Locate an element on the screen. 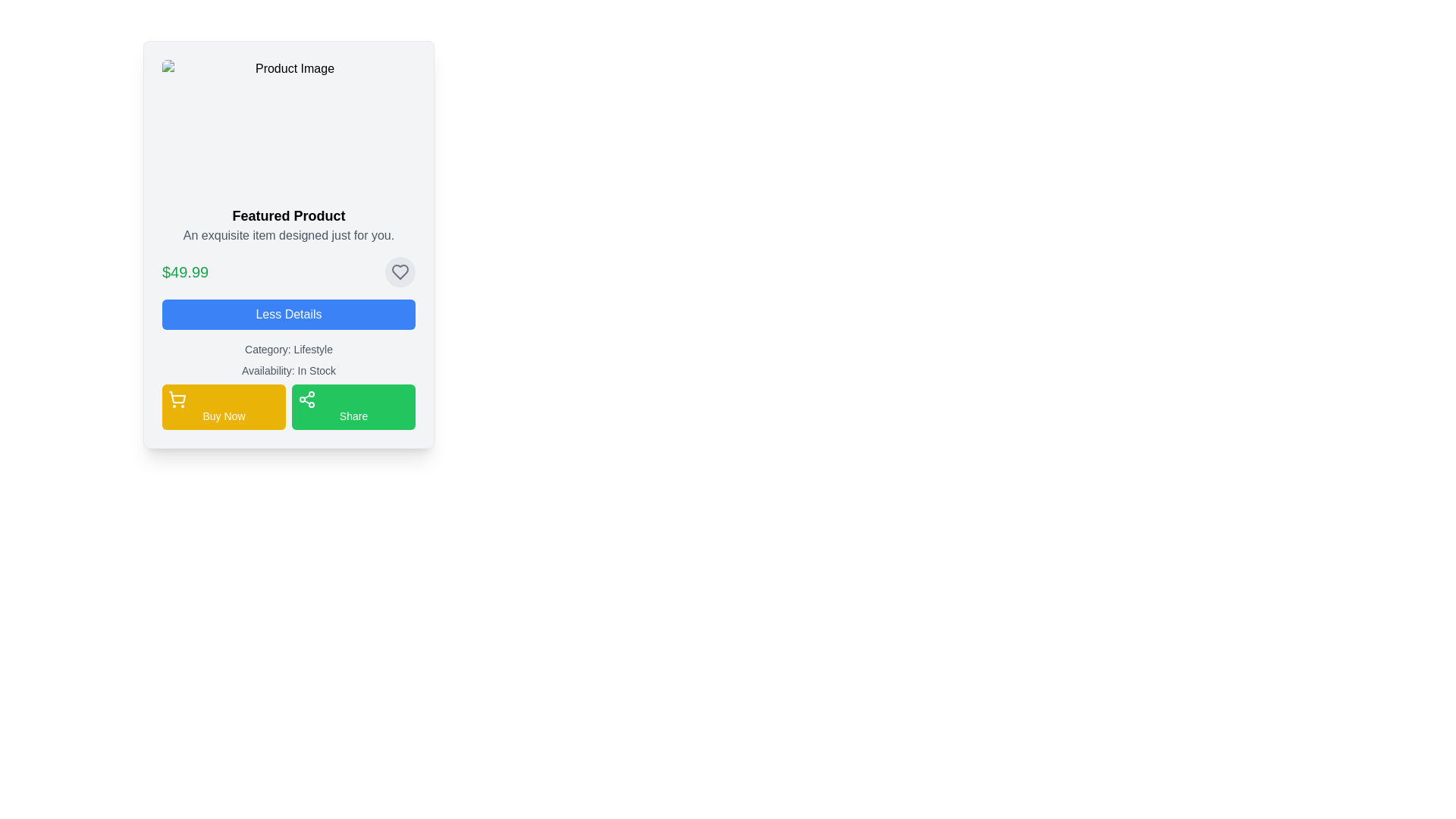  the text element displaying the price '$49.99' which is styled in green and has a larger font size, positioned below the product description and aligned to the left is located at coordinates (184, 271).